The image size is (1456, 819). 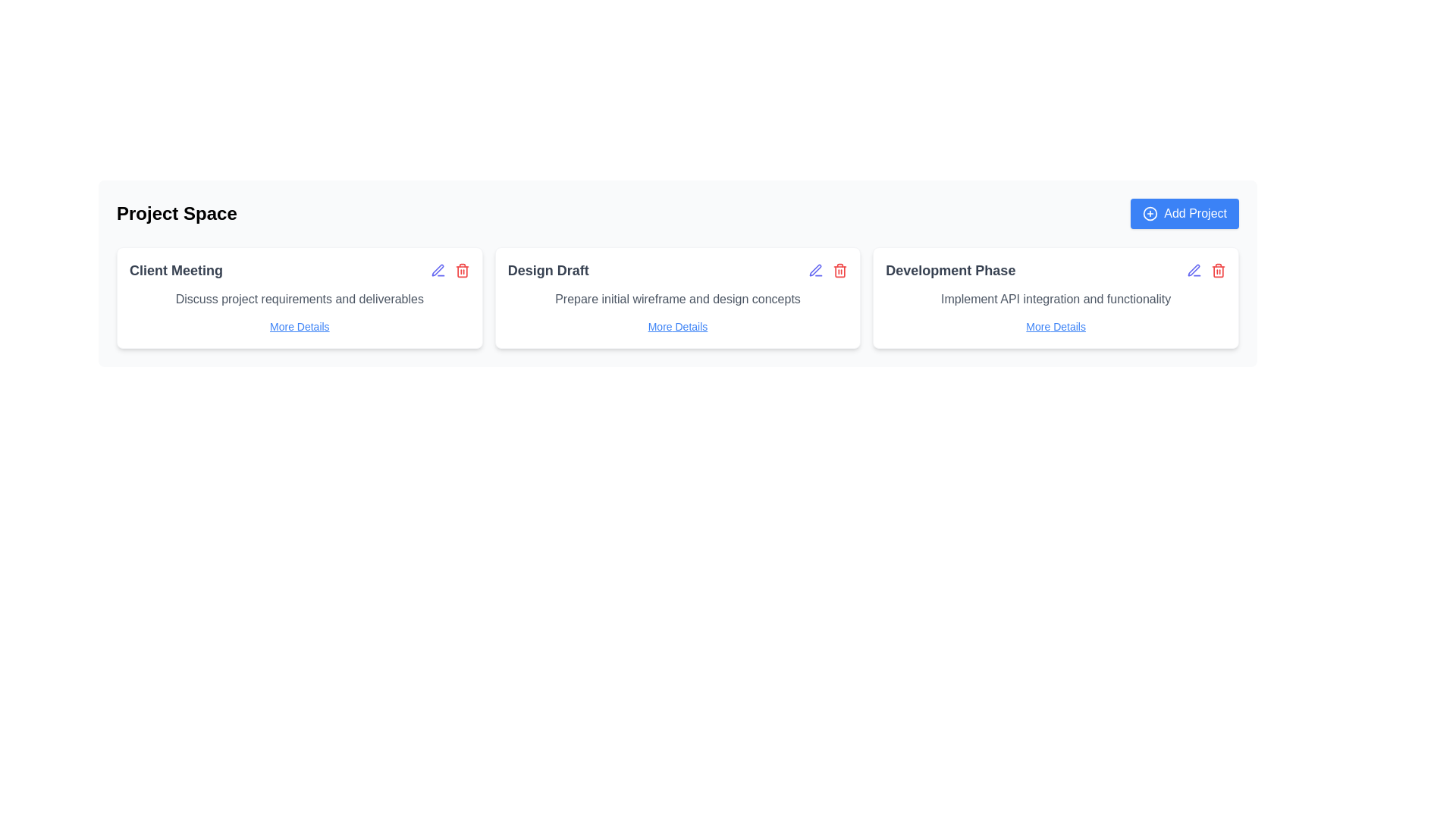 I want to click on the pen icon, which is a monochrome SVG graphic located in the top-right corner of the 'Development Phase' card, positioned left of the trash bin icon, so click(x=1193, y=269).